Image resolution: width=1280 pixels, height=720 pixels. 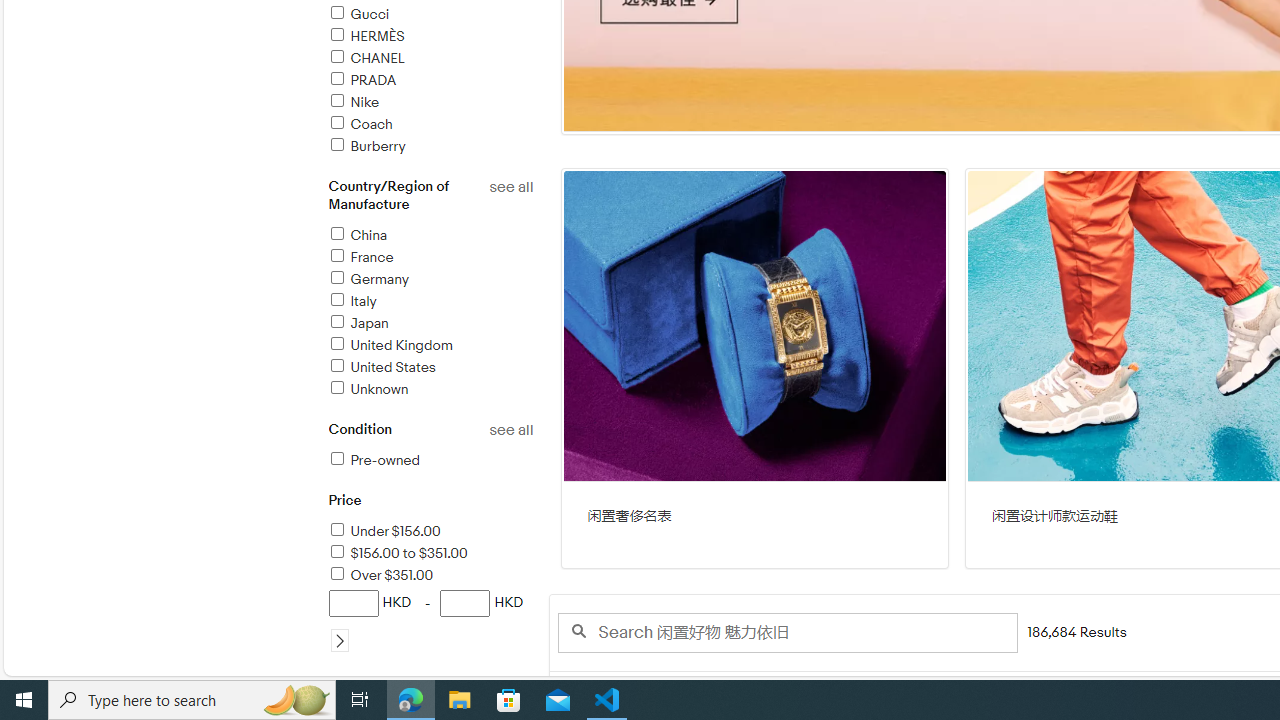 I want to click on 'Germany', so click(x=429, y=280).